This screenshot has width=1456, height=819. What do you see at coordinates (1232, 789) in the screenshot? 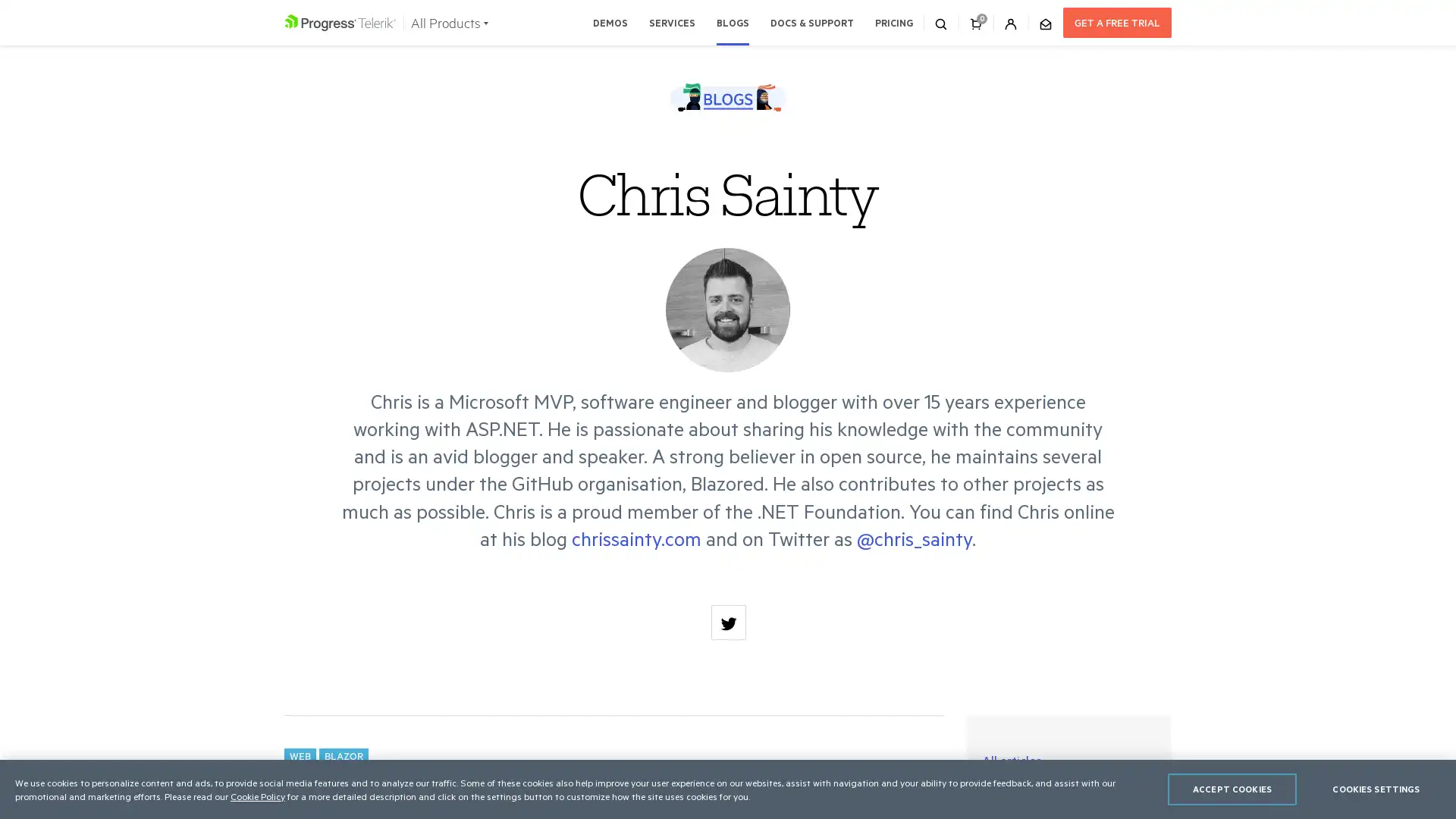
I see `ACCEPT COOKIES` at bounding box center [1232, 789].